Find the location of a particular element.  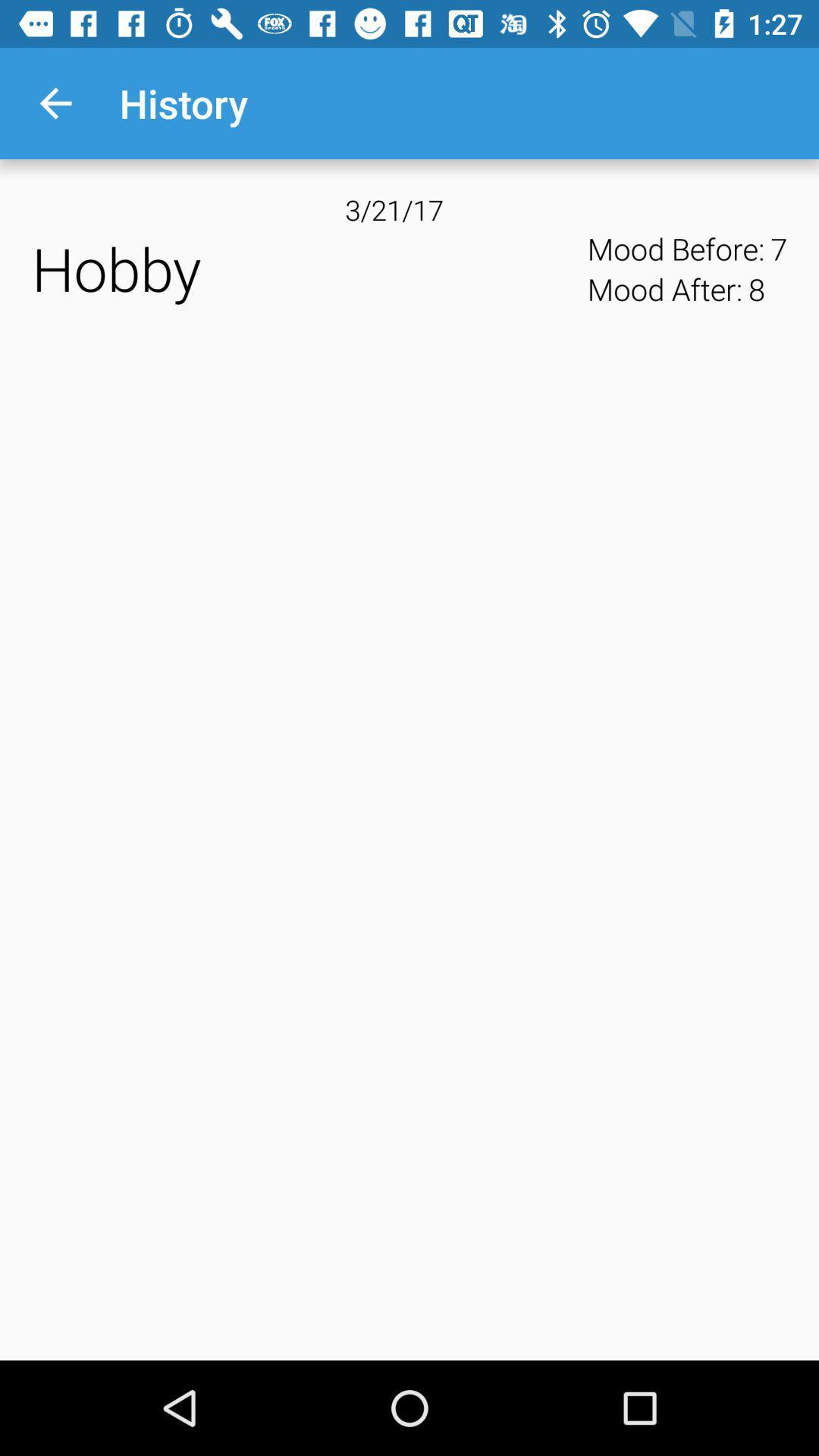

the icon next to history is located at coordinates (55, 102).